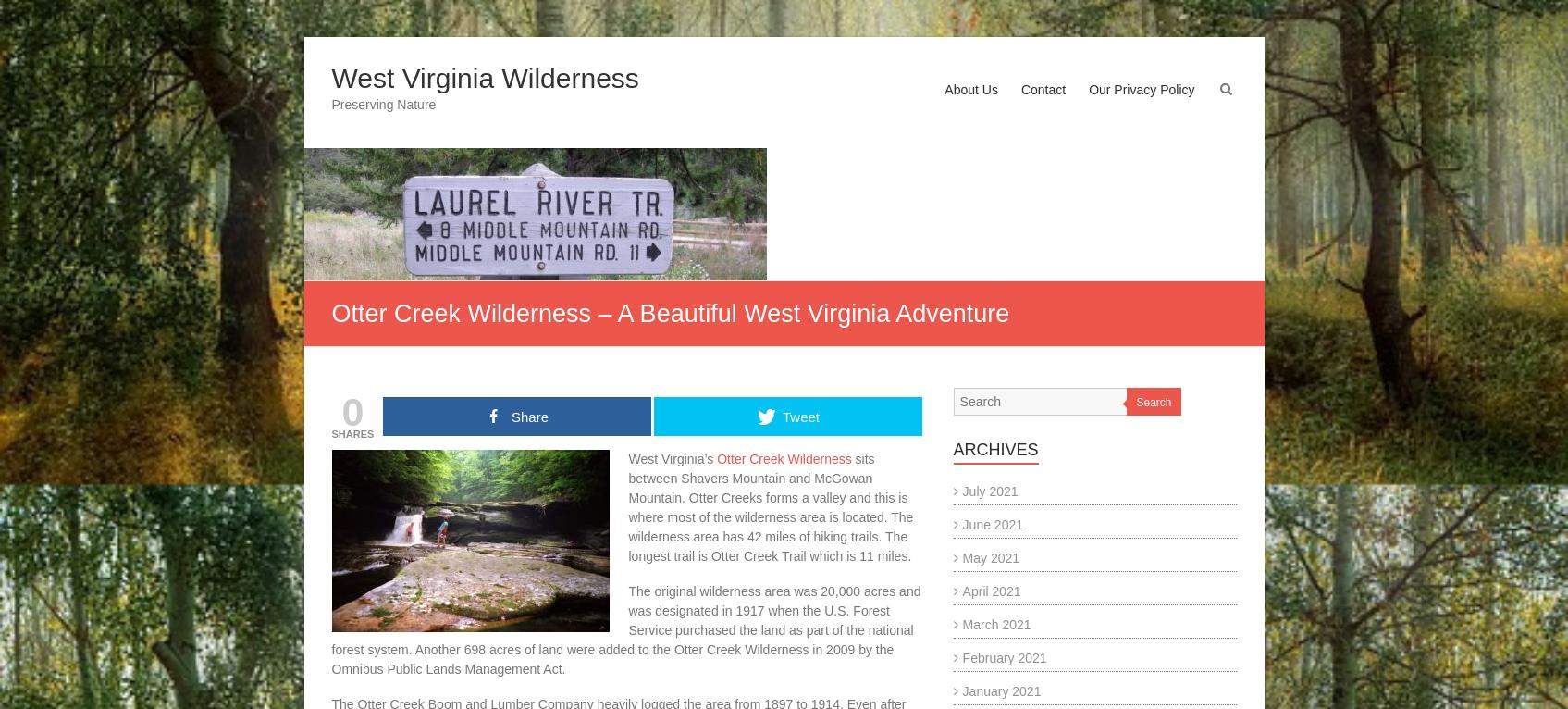 The height and width of the screenshot is (709, 1568). Describe the element at coordinates (352, 411) in the screenshot. I see `'0'` at that location.